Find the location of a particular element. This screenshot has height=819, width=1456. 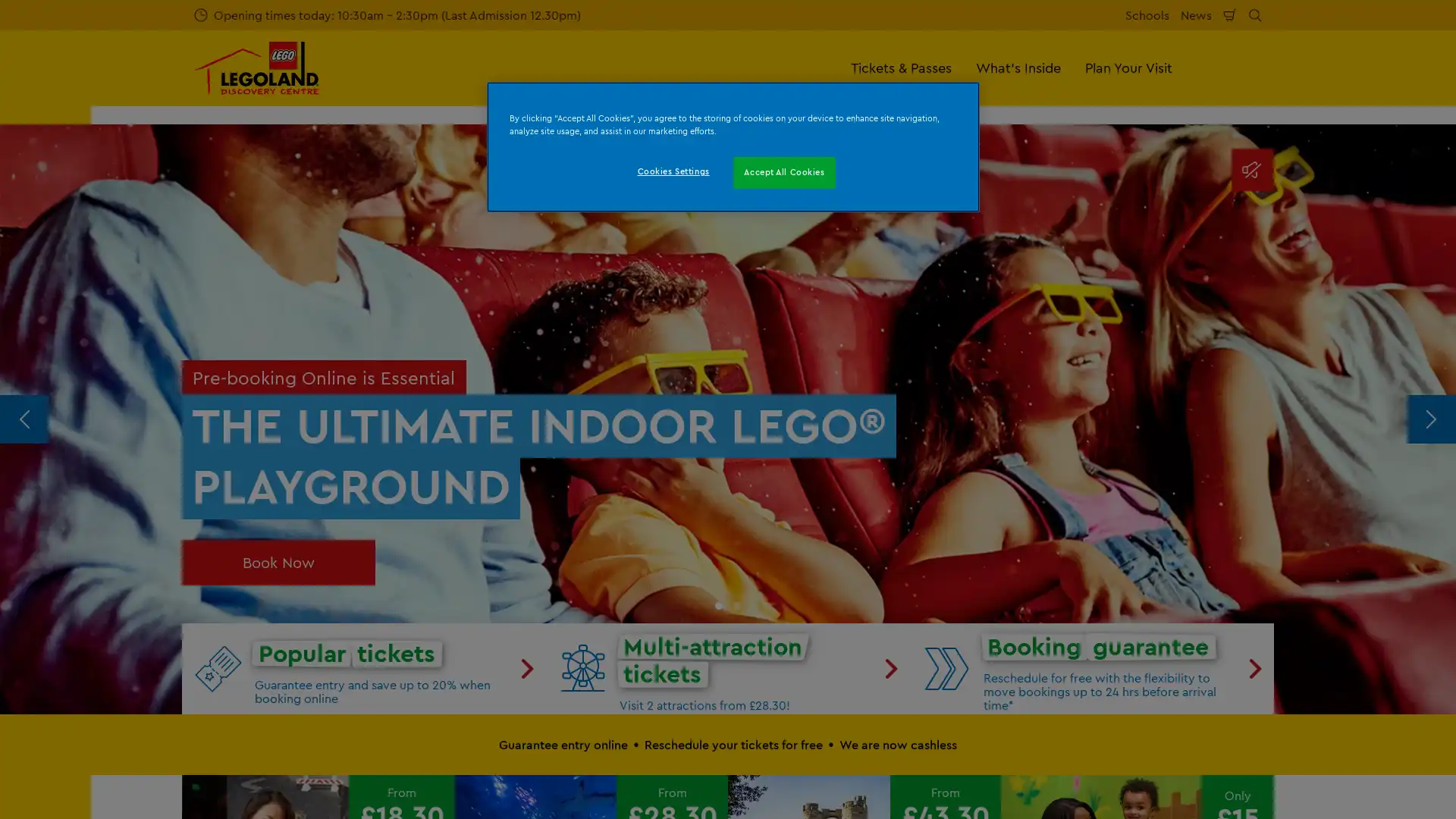

Go to slide 1 is located at coordinates (718, 604).